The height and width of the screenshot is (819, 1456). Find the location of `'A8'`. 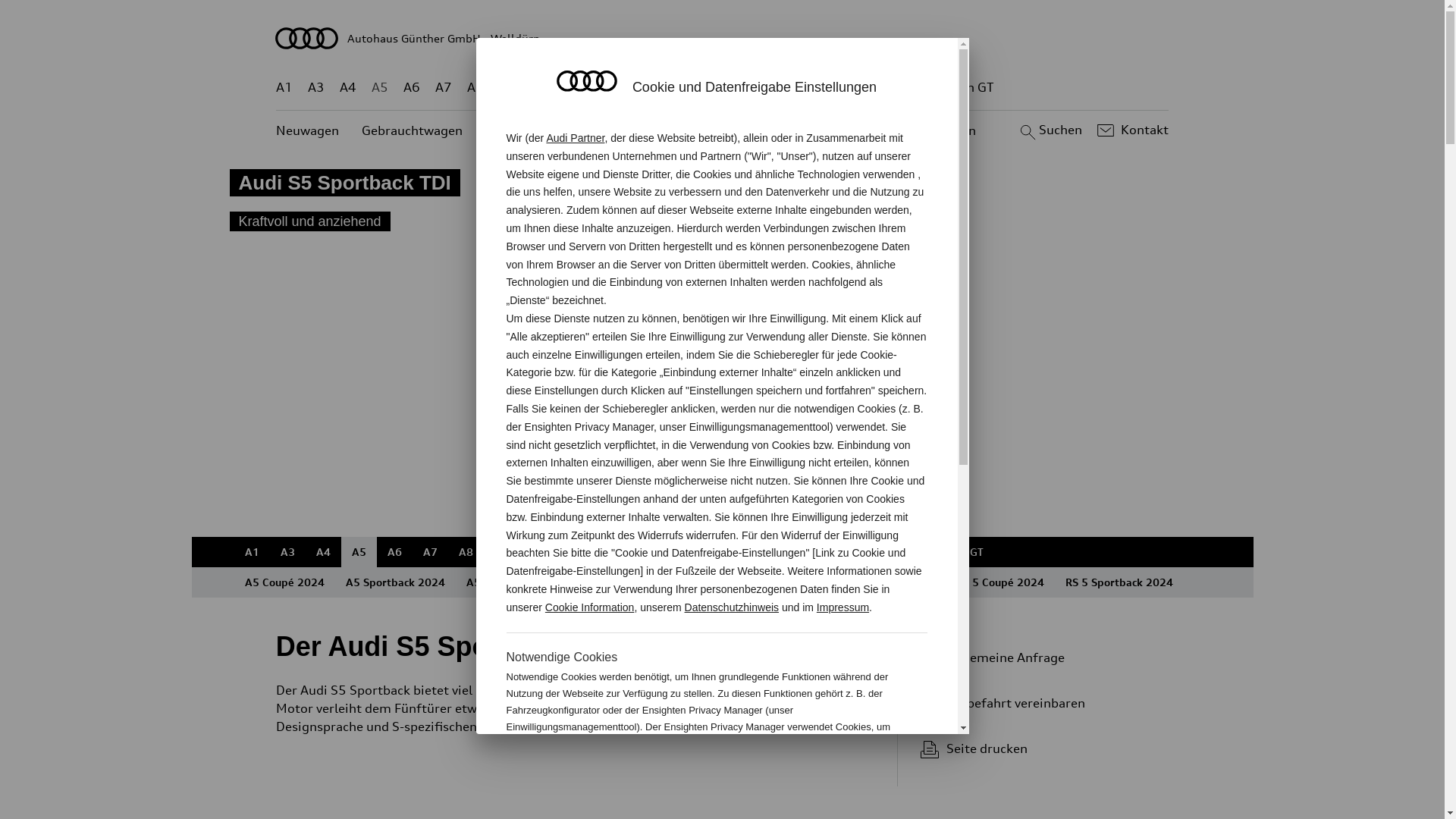

'A8' is located at coordinates (466, 87).